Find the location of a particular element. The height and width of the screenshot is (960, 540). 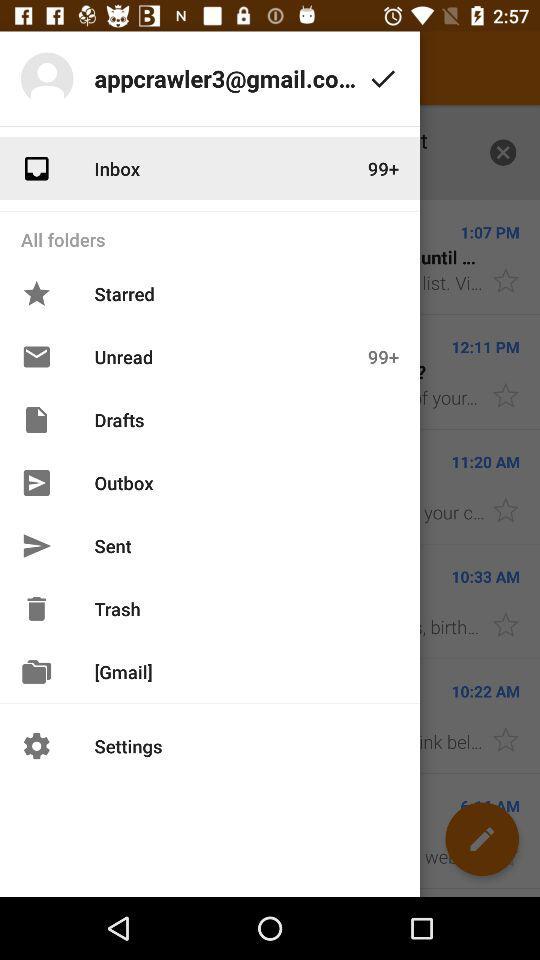

the edit icon is located at coordinates (481, 839).